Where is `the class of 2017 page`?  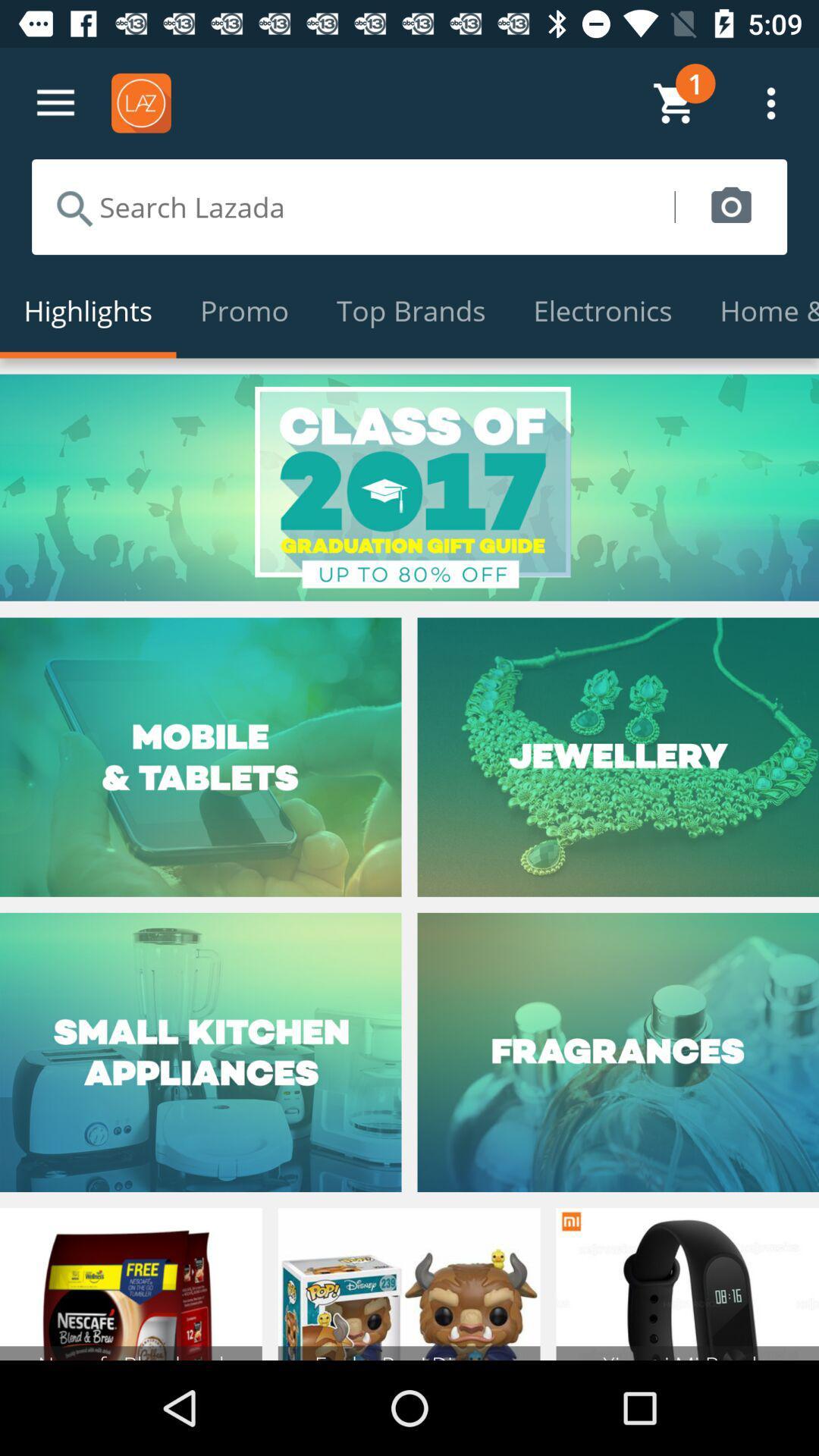 the class of 2017 page is located at coordinates (409, 488).